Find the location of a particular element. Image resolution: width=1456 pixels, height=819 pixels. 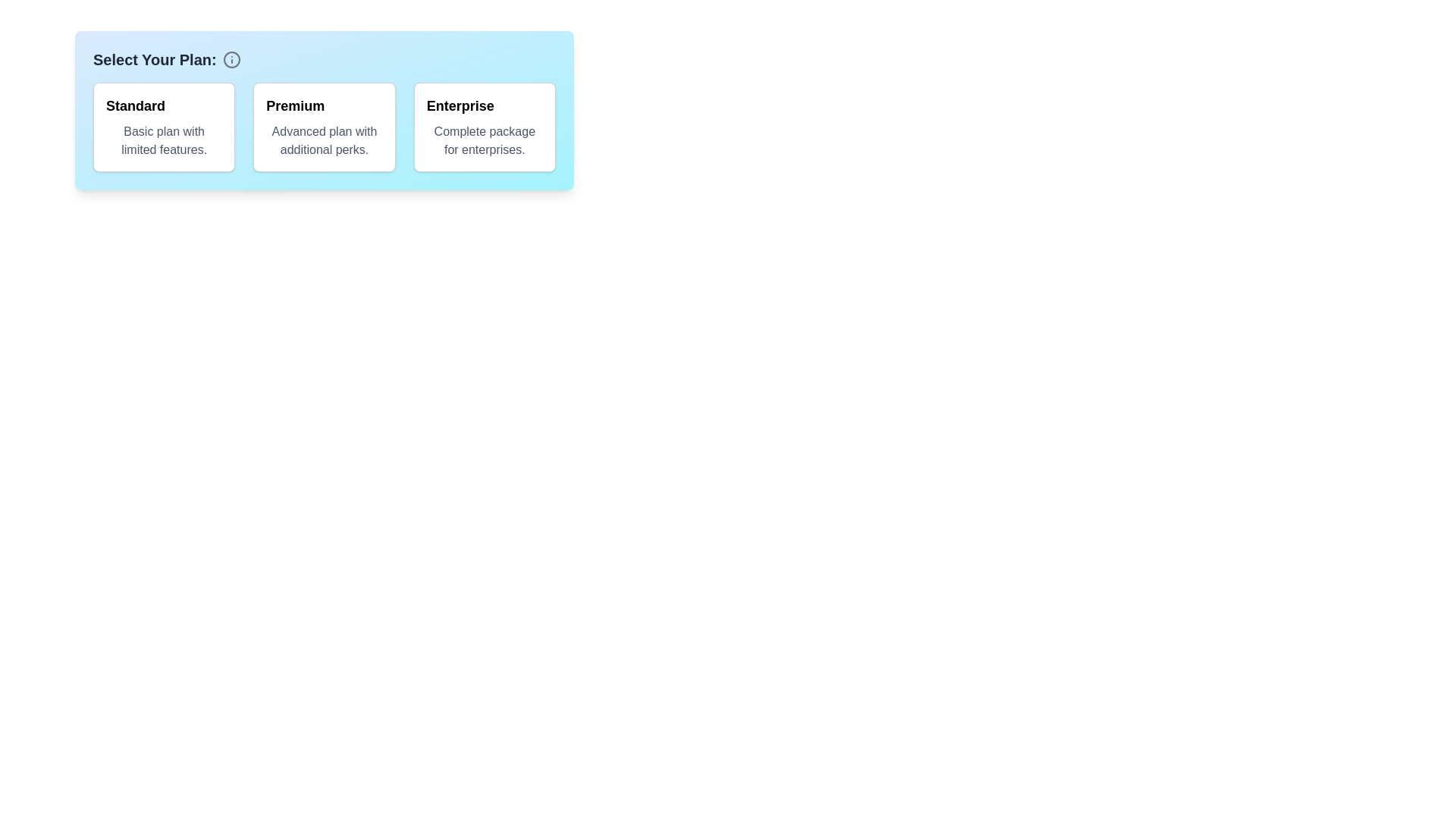

the 'Standard' text label which is styled as a heading and located at the top of a card-like structure is located at coordinates (135, 105).